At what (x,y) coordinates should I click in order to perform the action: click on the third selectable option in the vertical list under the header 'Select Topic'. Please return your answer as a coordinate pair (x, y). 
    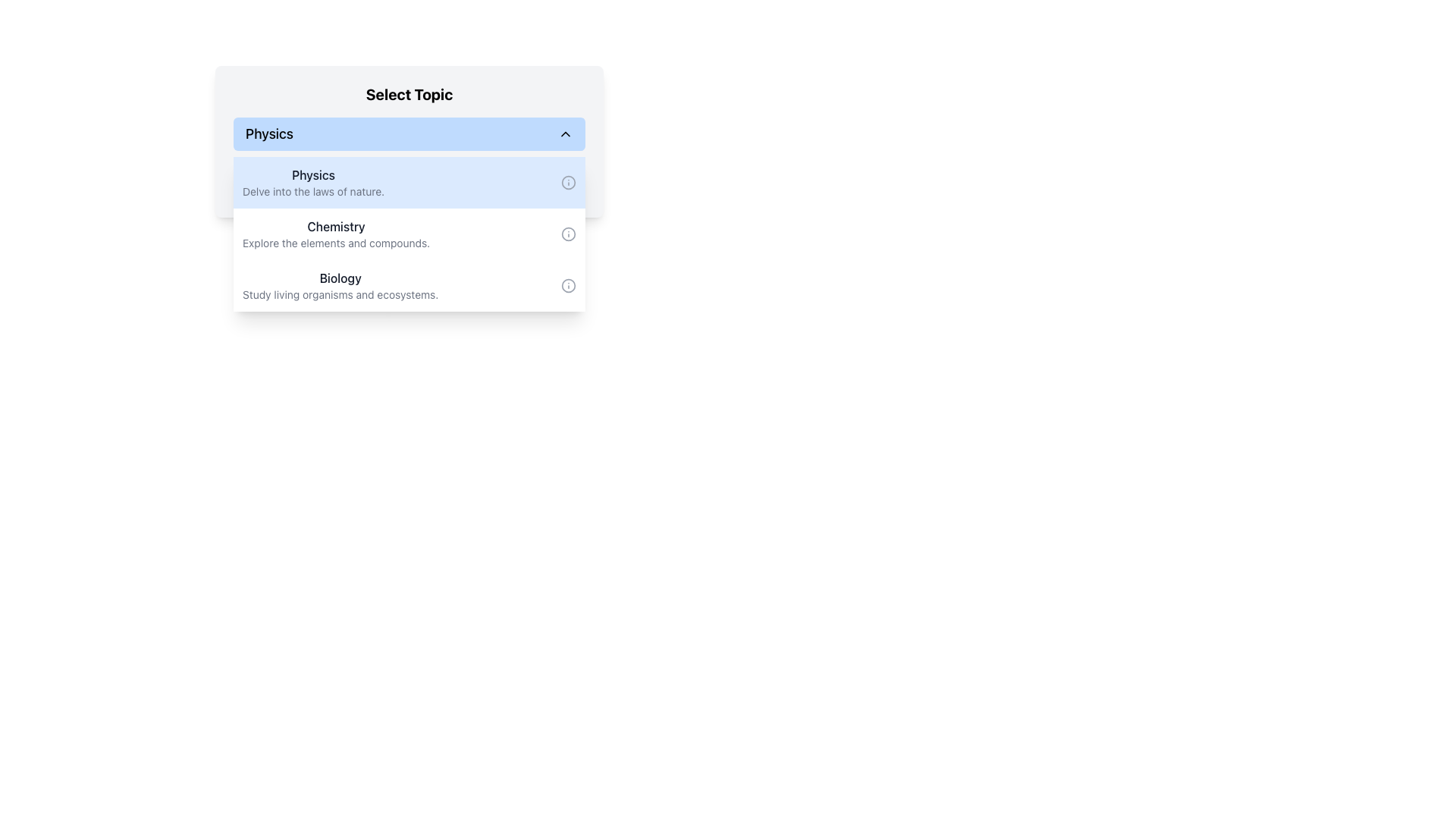
    Looking at the image, I should click on (340, 286).